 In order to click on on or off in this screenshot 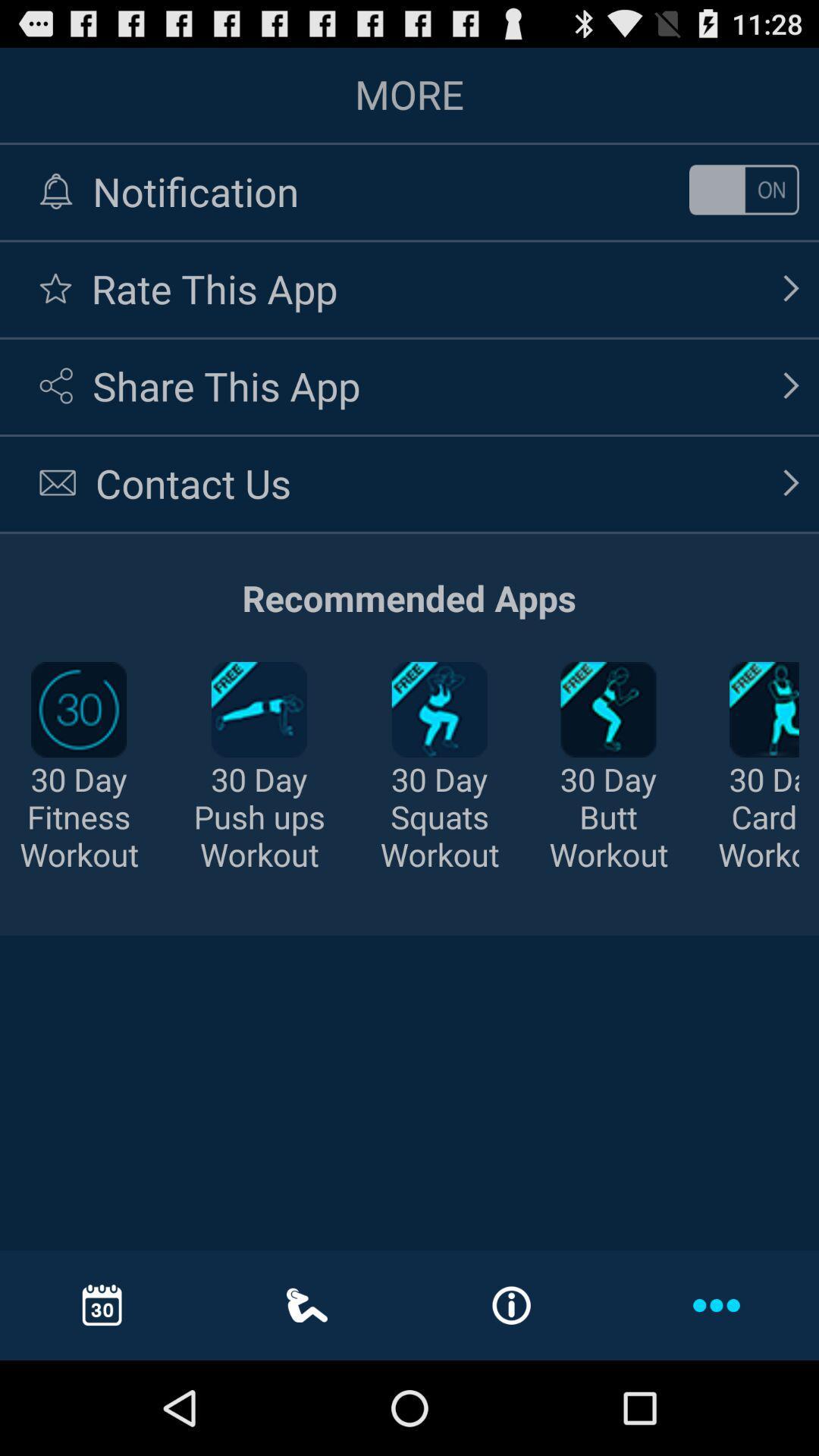, I will do `click(743, 189)`.